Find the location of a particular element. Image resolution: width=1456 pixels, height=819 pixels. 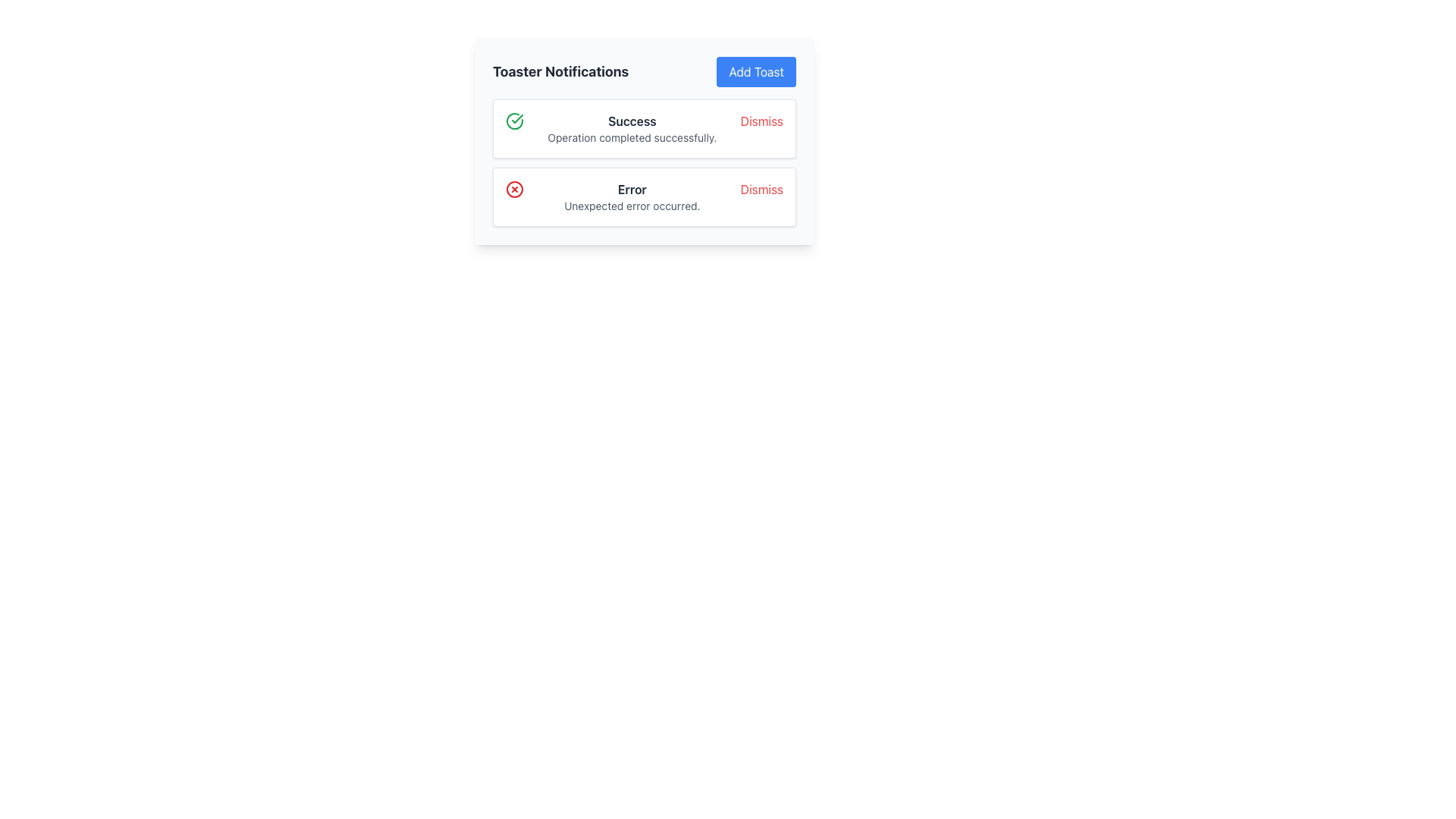

the notification message titled 'Success' with the subtext 'Operation completed successfully.' is located at coordinates (632, 127).